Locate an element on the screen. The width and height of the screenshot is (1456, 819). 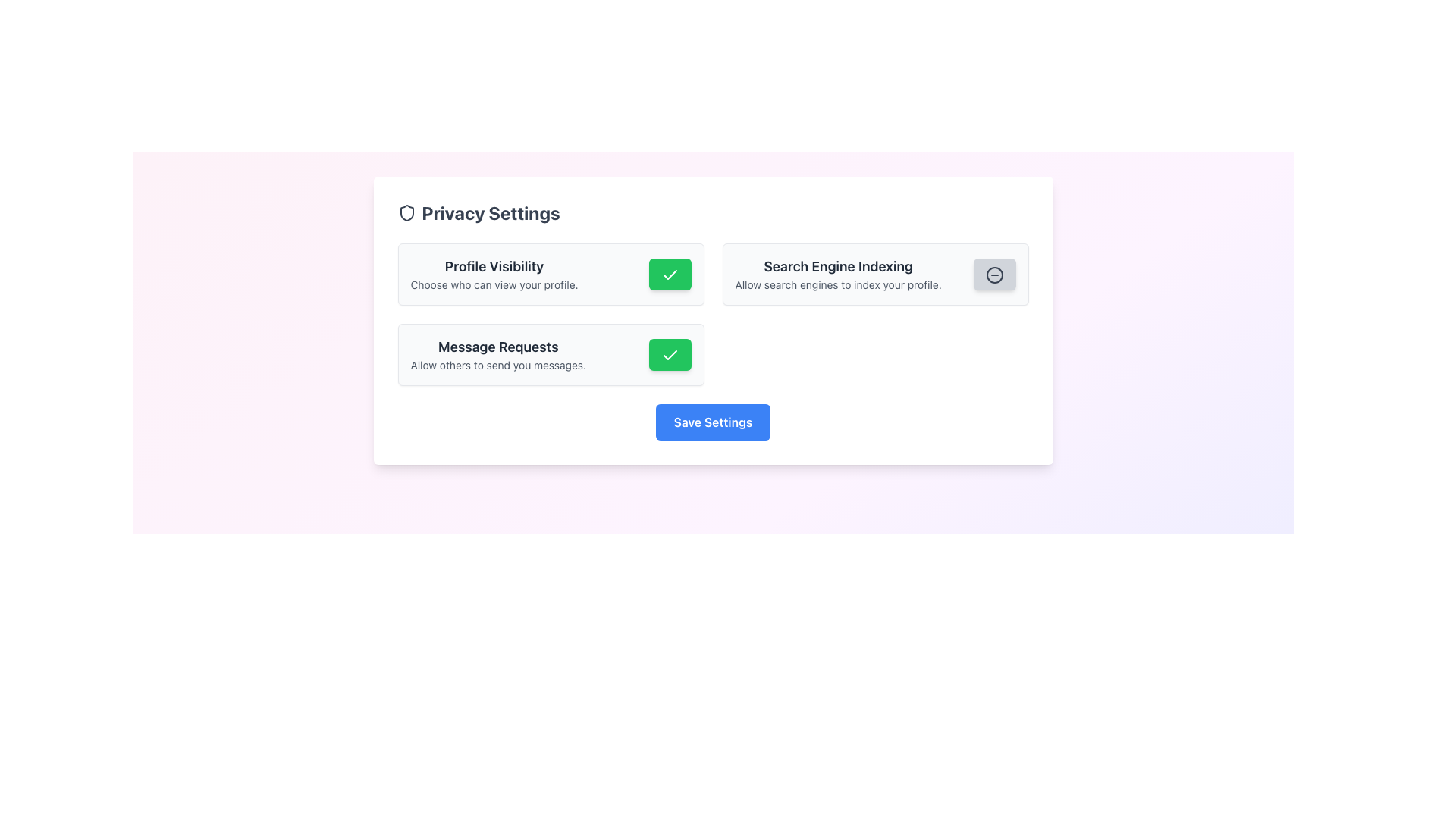
the toggle button located in the top-right corner of the second block under the 'Message Requests' section in the 'Privacy Settings' interface is located at coordinates (669, 354).